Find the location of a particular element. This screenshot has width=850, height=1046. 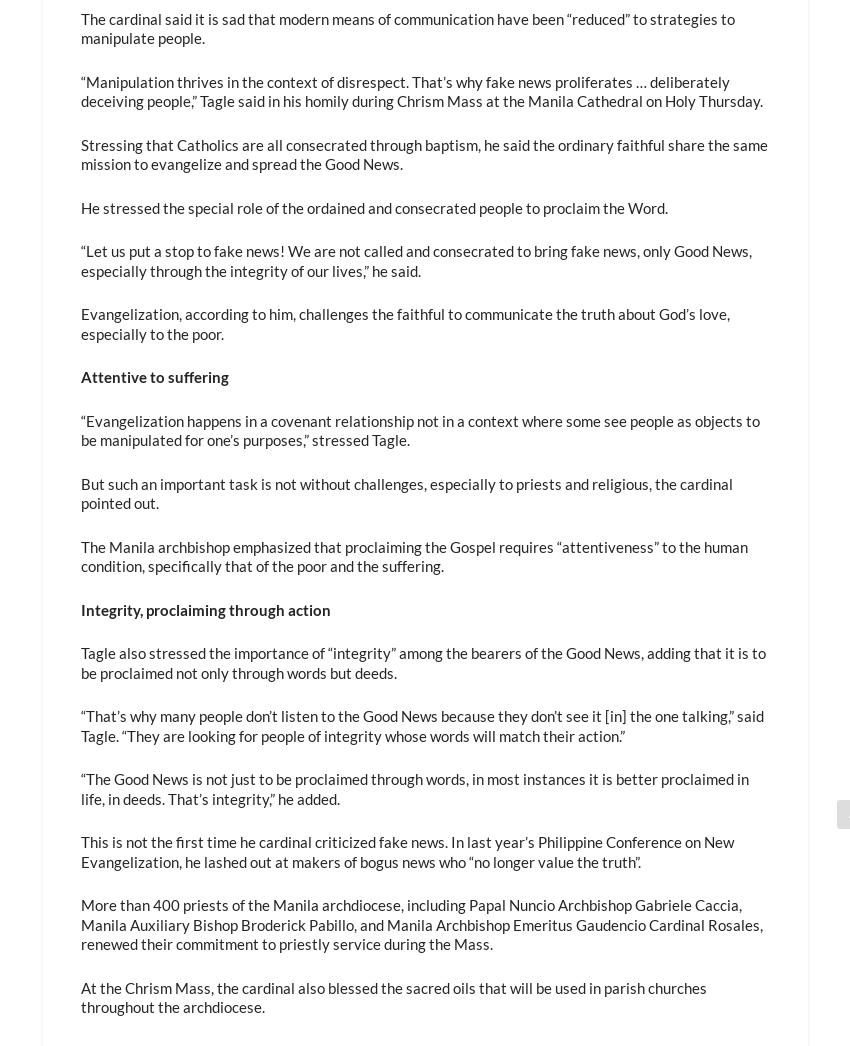

'Evangelization, according to him, challenges the faithful to communicate the truth about God’s love, especially to the poor.' is located at coordinates (404, 322).